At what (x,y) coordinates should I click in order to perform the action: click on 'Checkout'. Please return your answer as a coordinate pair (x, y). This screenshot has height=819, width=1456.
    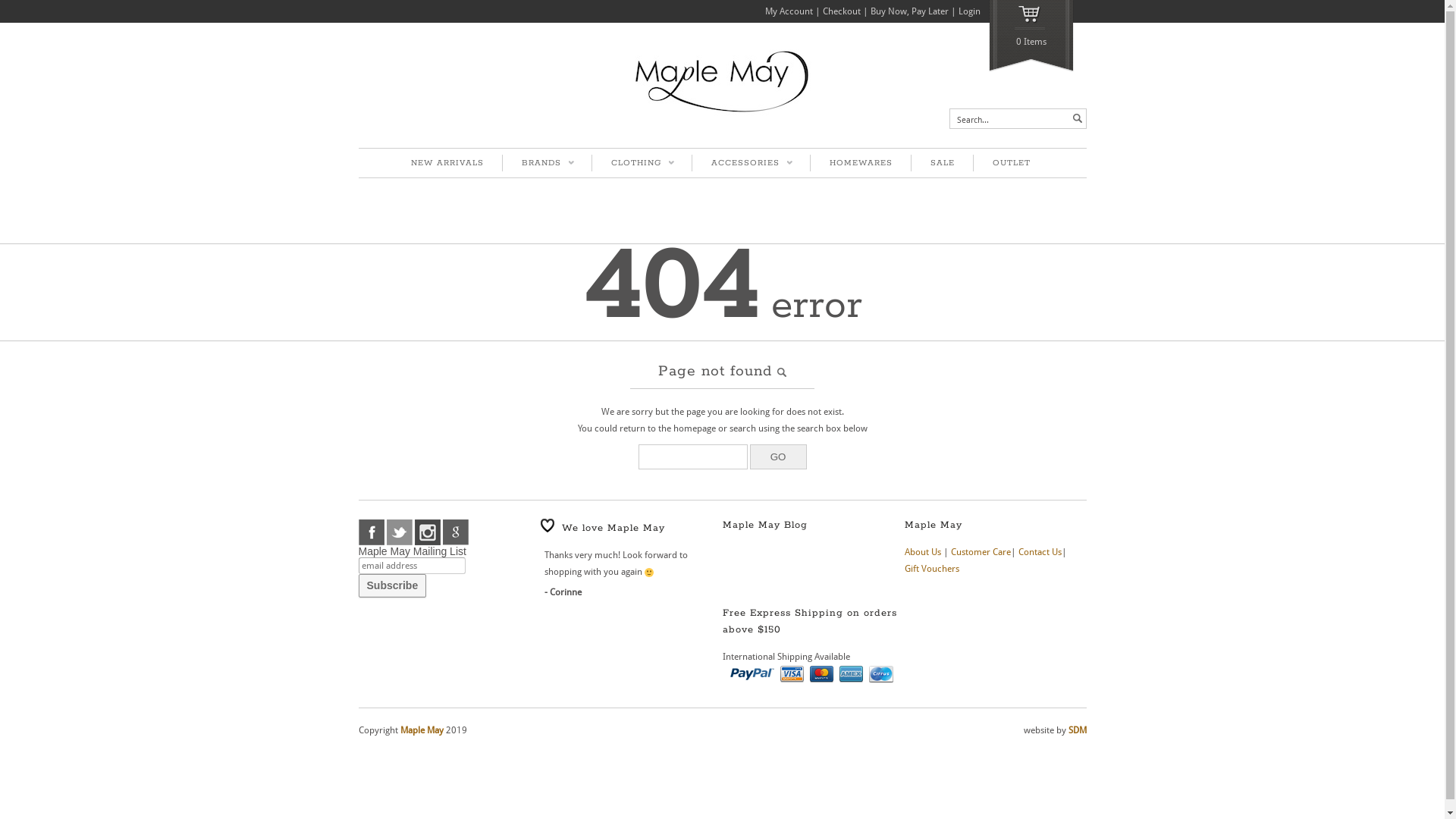
    Looking at the image, I should click on (839, 11).